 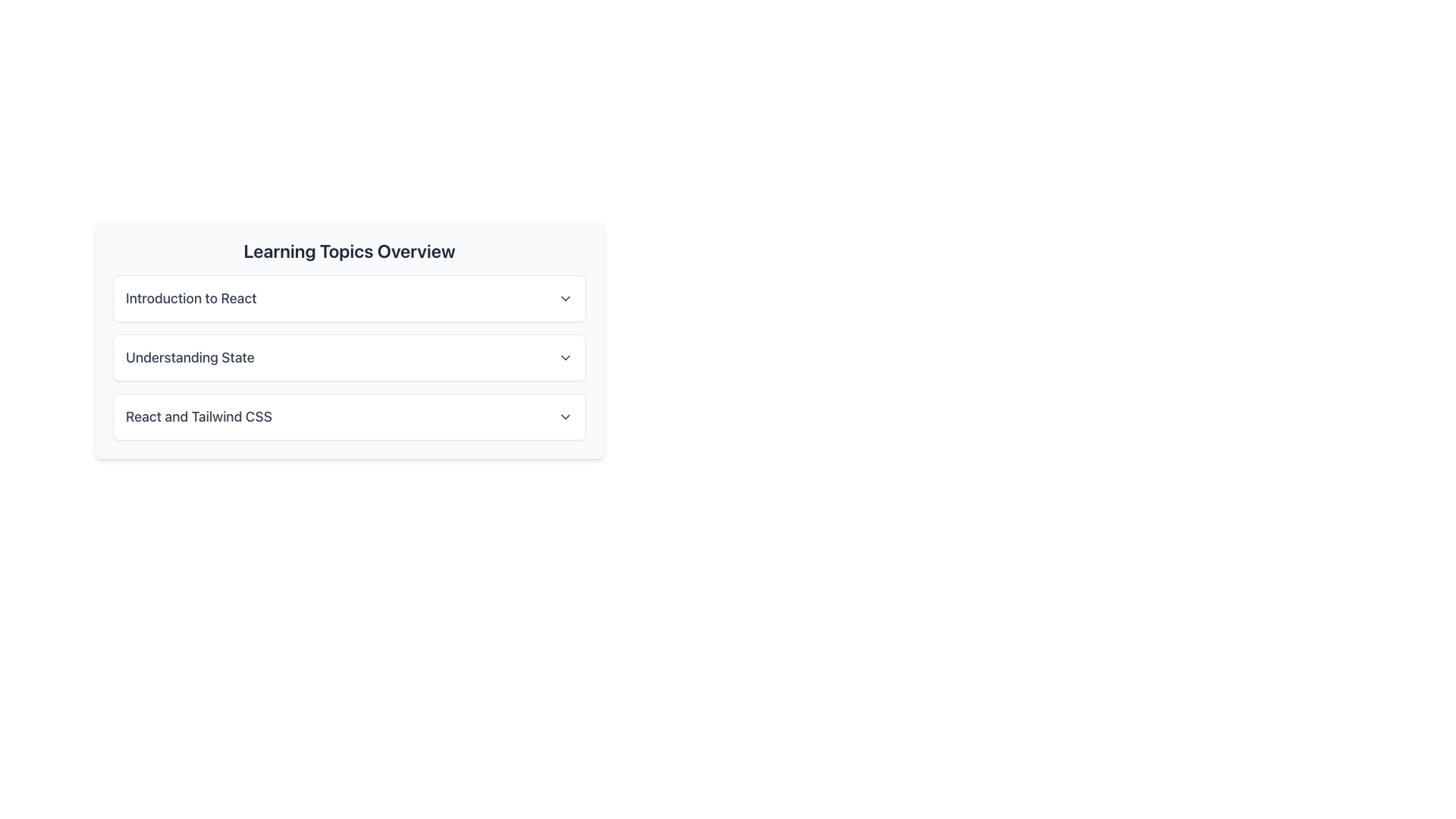 I want to click on text label displaying 'Introduction to React', which is styled in gray and bold, located at the top of the learning topics section, so click(x=190, y=298).